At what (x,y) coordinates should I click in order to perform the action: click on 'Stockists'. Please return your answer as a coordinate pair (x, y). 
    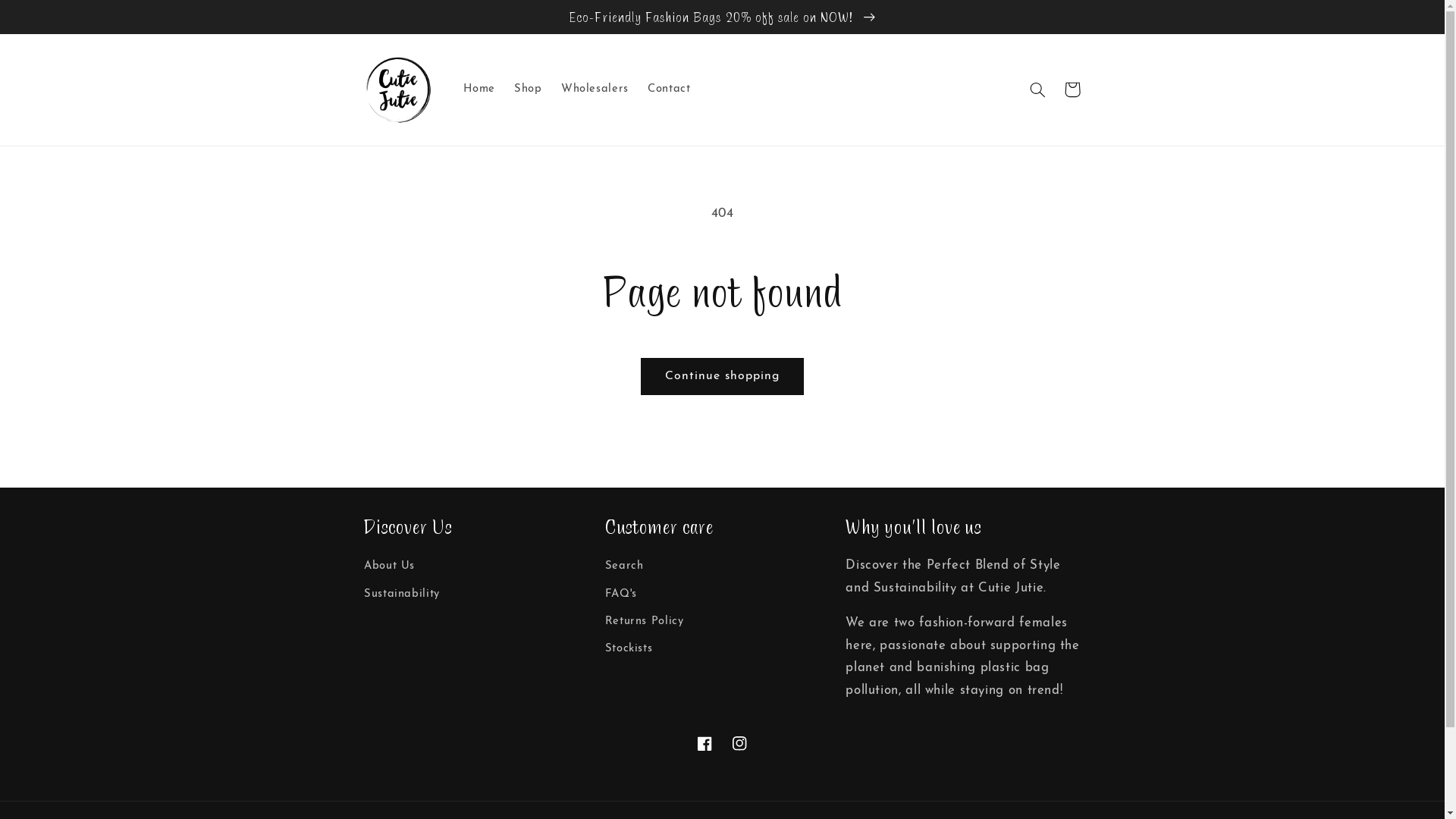
    Looking at the image, I should click on (629, 648).